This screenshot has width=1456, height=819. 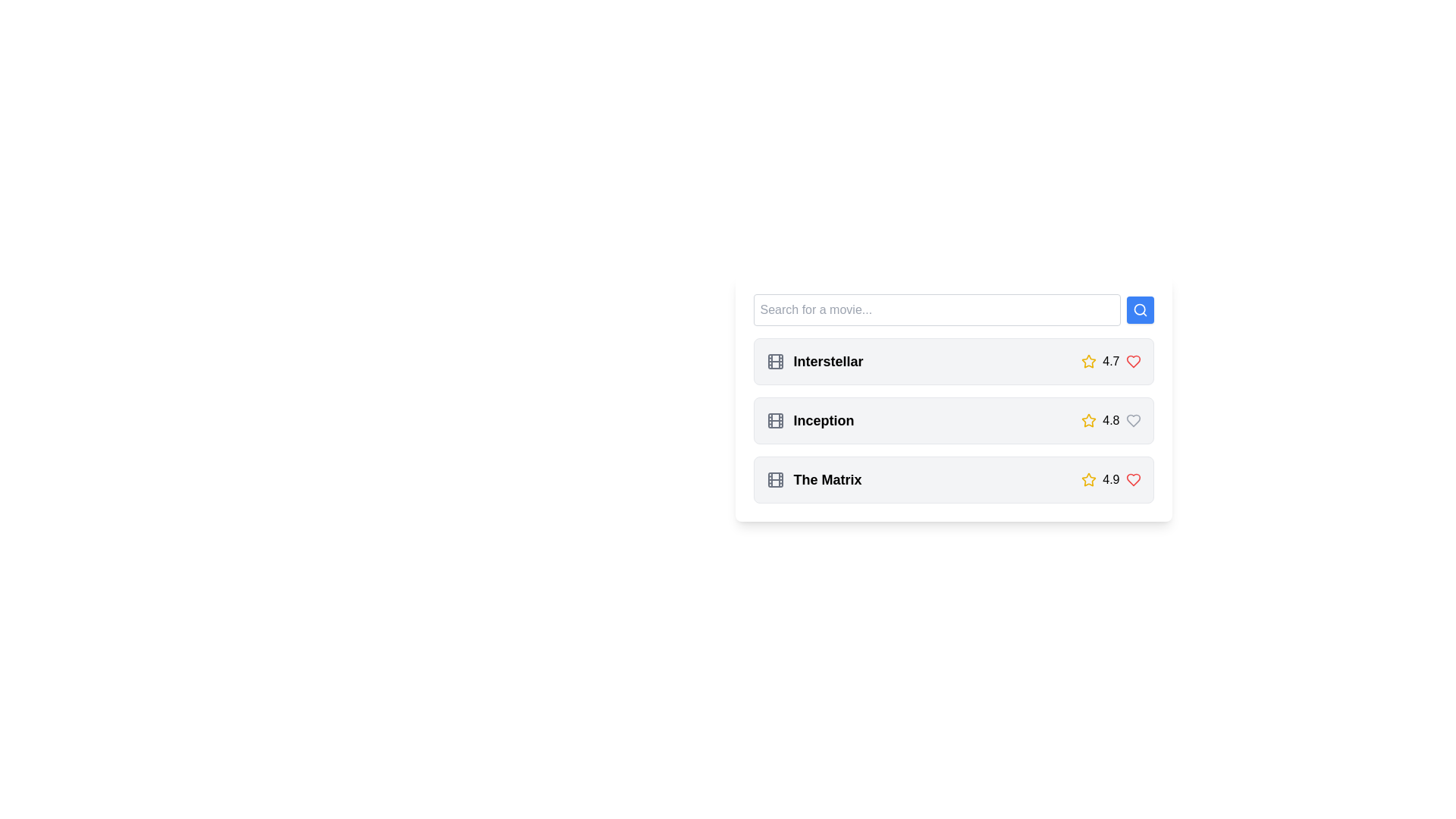 What do you see at coordinates (1111, 479) in the screenshot?
I see `the text label displaying the rating '4.9' for the movie 'The Matrix', which is styled in black on a light background` at bounding box center [1111, 479].